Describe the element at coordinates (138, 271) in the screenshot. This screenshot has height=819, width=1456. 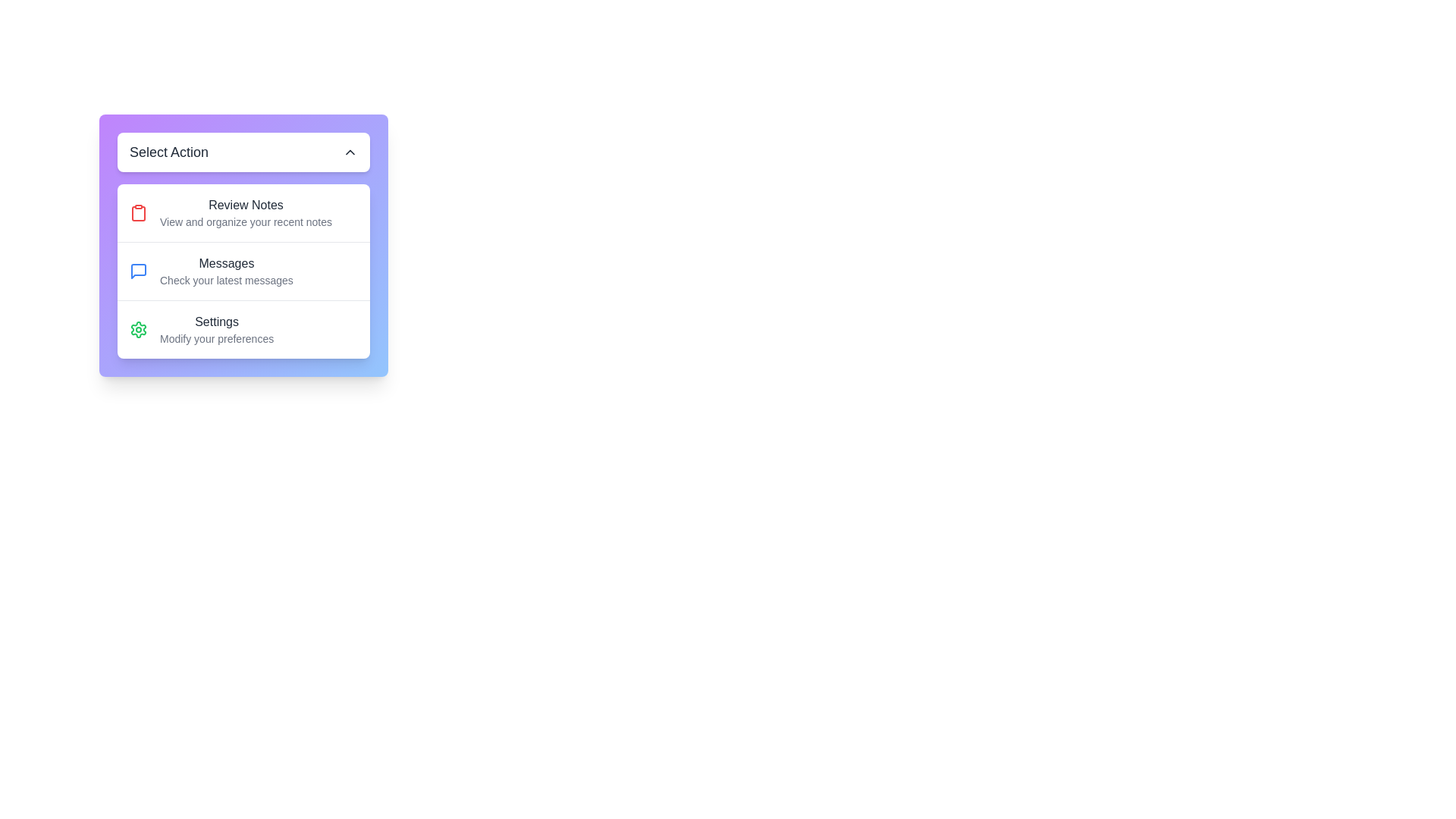
I see `the message or chat bubble icon` at that location.